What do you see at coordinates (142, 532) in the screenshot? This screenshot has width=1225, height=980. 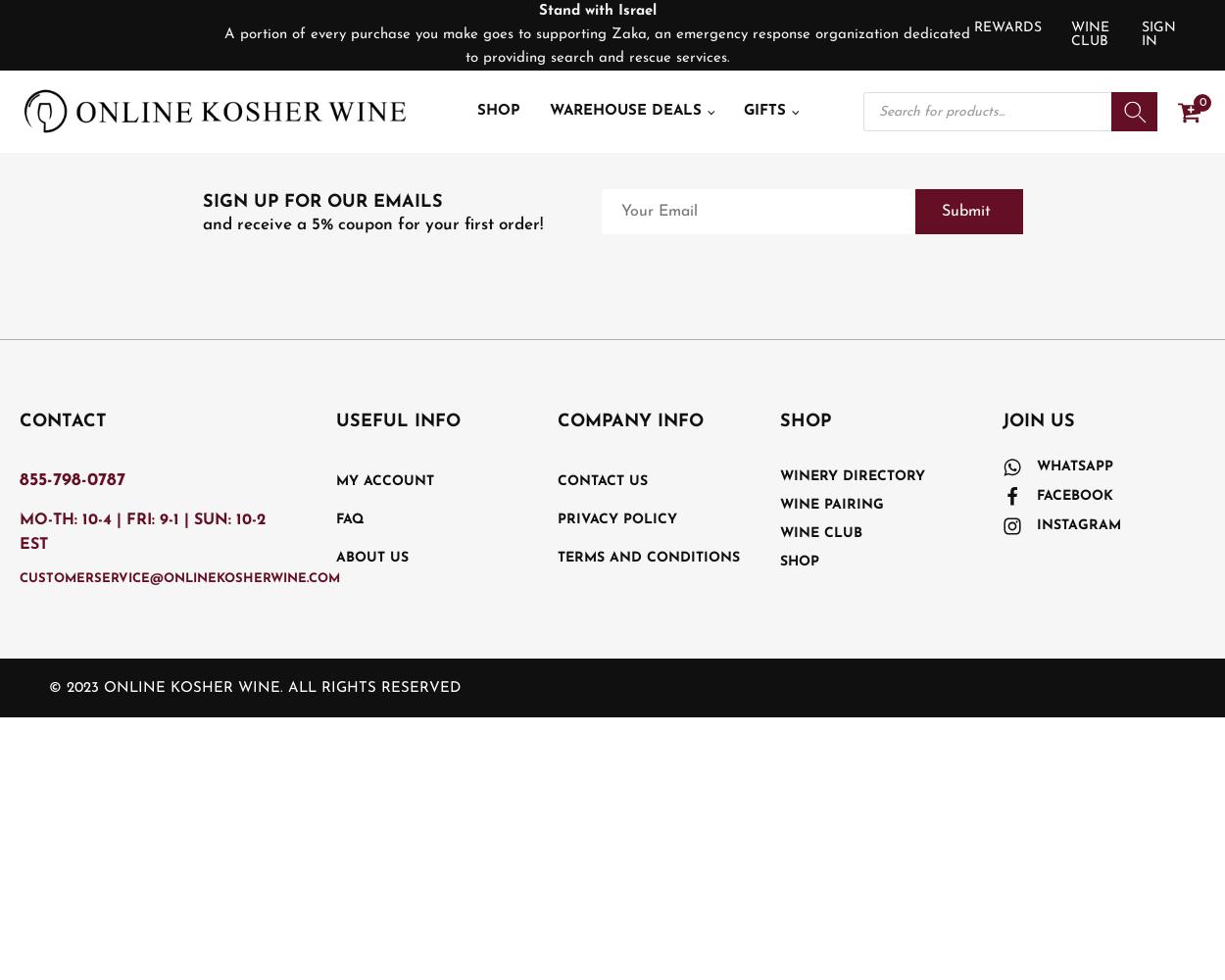 I see `'Mo-Th: 10-4 | Fri: 9-1 | Sun: 10-2 EST'` at bounding box center [142, 532].